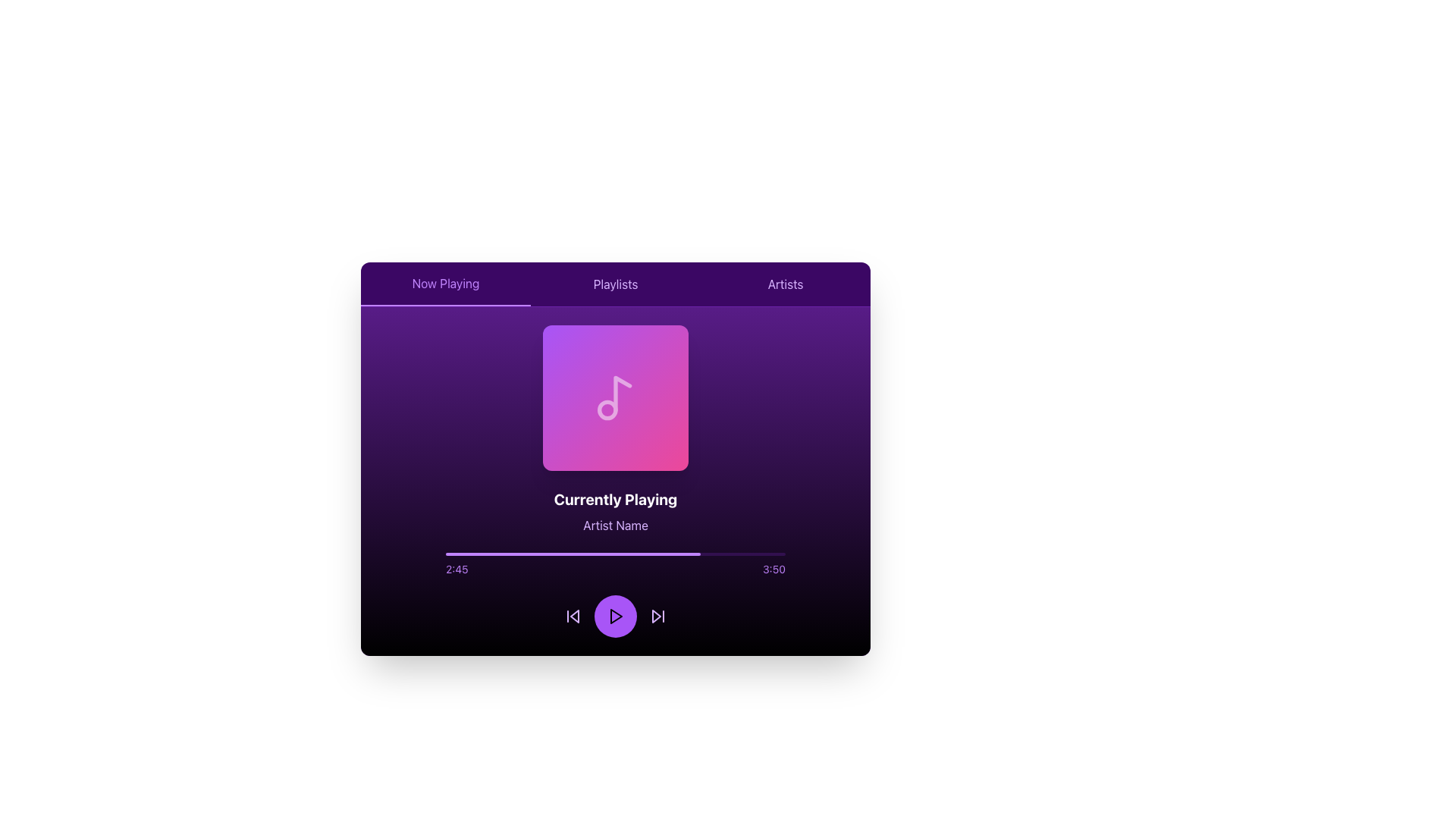 This screenshot has width=1456, height=819. Describe the element at coordinates (774, 570) in the screenshot. I see `the text label displaying '3:50' in a small, purple font, positioned at the far-right end of the horizontal progress bar` at that location.